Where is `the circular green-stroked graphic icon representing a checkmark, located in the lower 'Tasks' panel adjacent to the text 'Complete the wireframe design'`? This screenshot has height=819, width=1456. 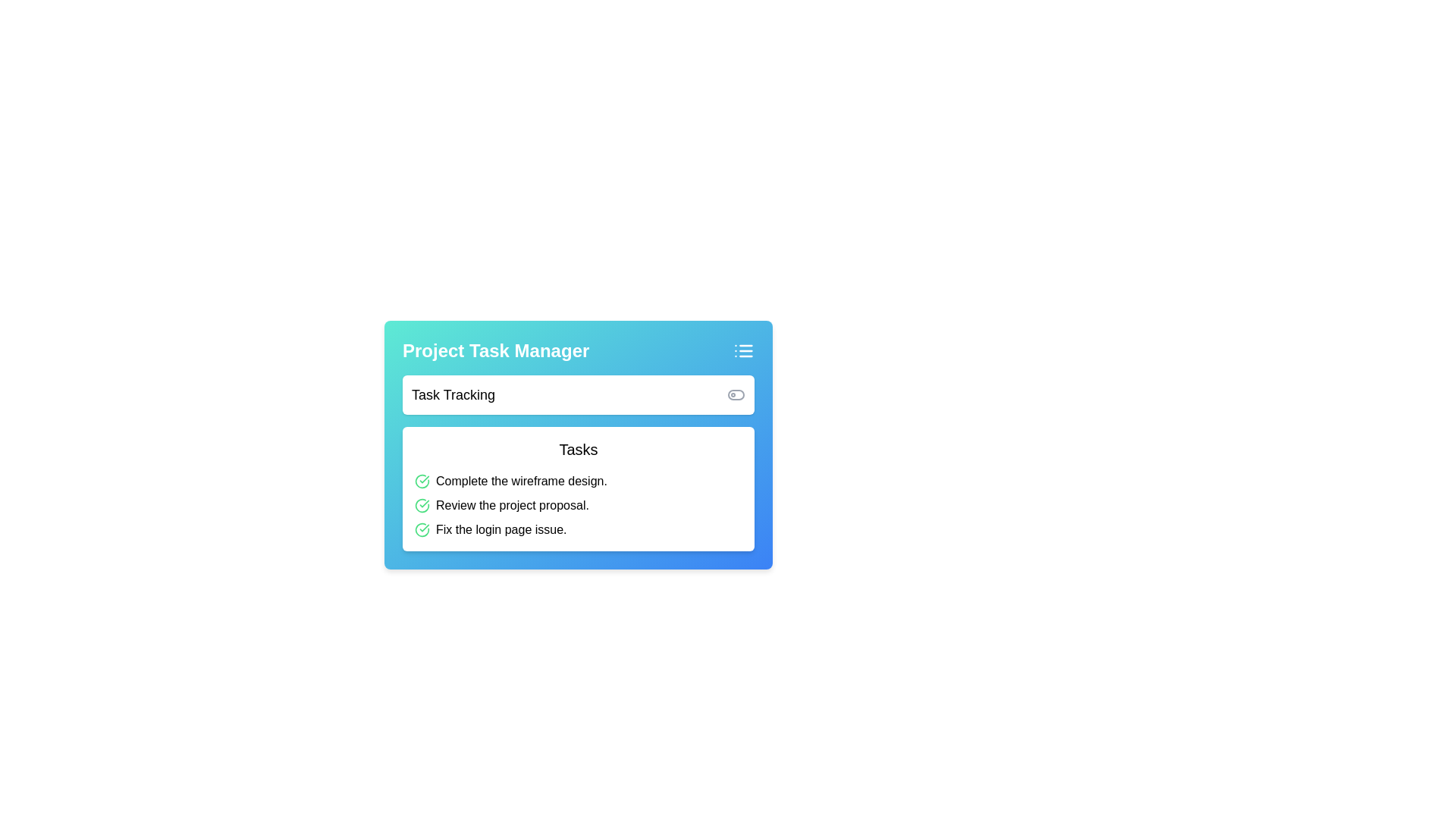
the circular green-stroked graphic icon representing a checkmark, located in the lower 'Tasks' panel adjacent to the text 'Complete the wireframe design' is located at coordinates (422, 529).